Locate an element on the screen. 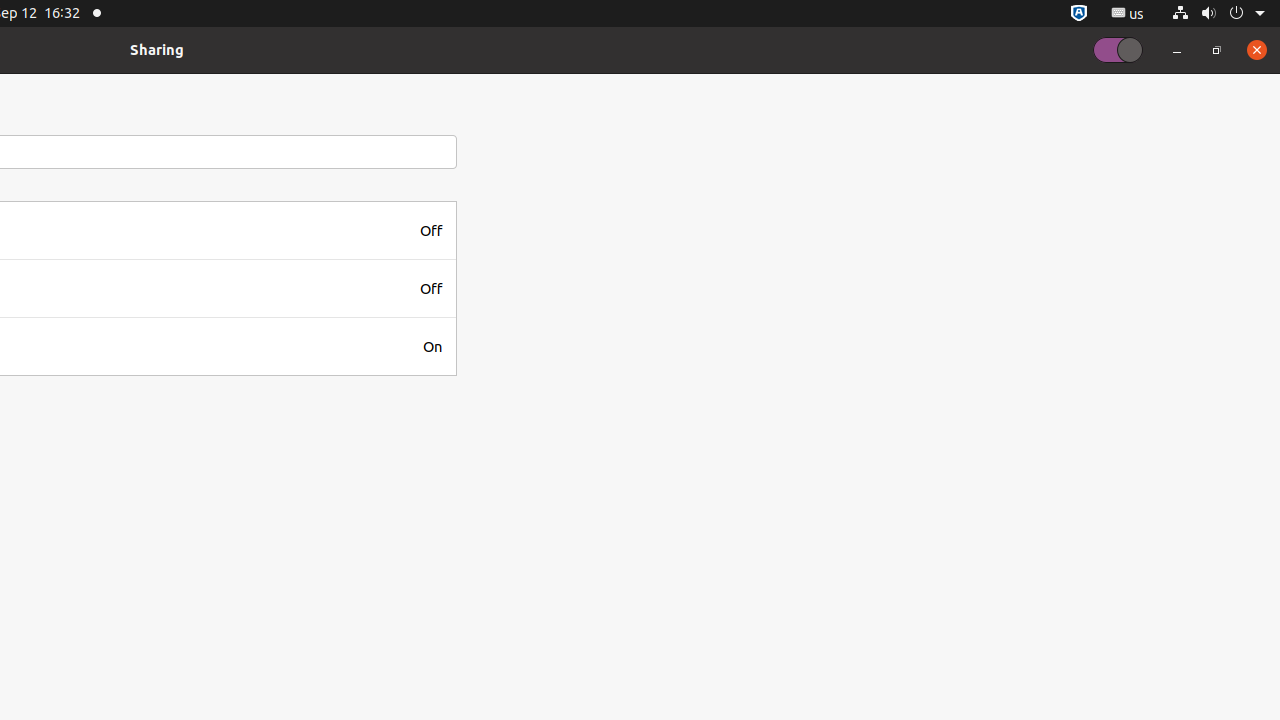 This screenshot has width=1280, height=720. 'Sharing' is located at coordinates (156, 48).